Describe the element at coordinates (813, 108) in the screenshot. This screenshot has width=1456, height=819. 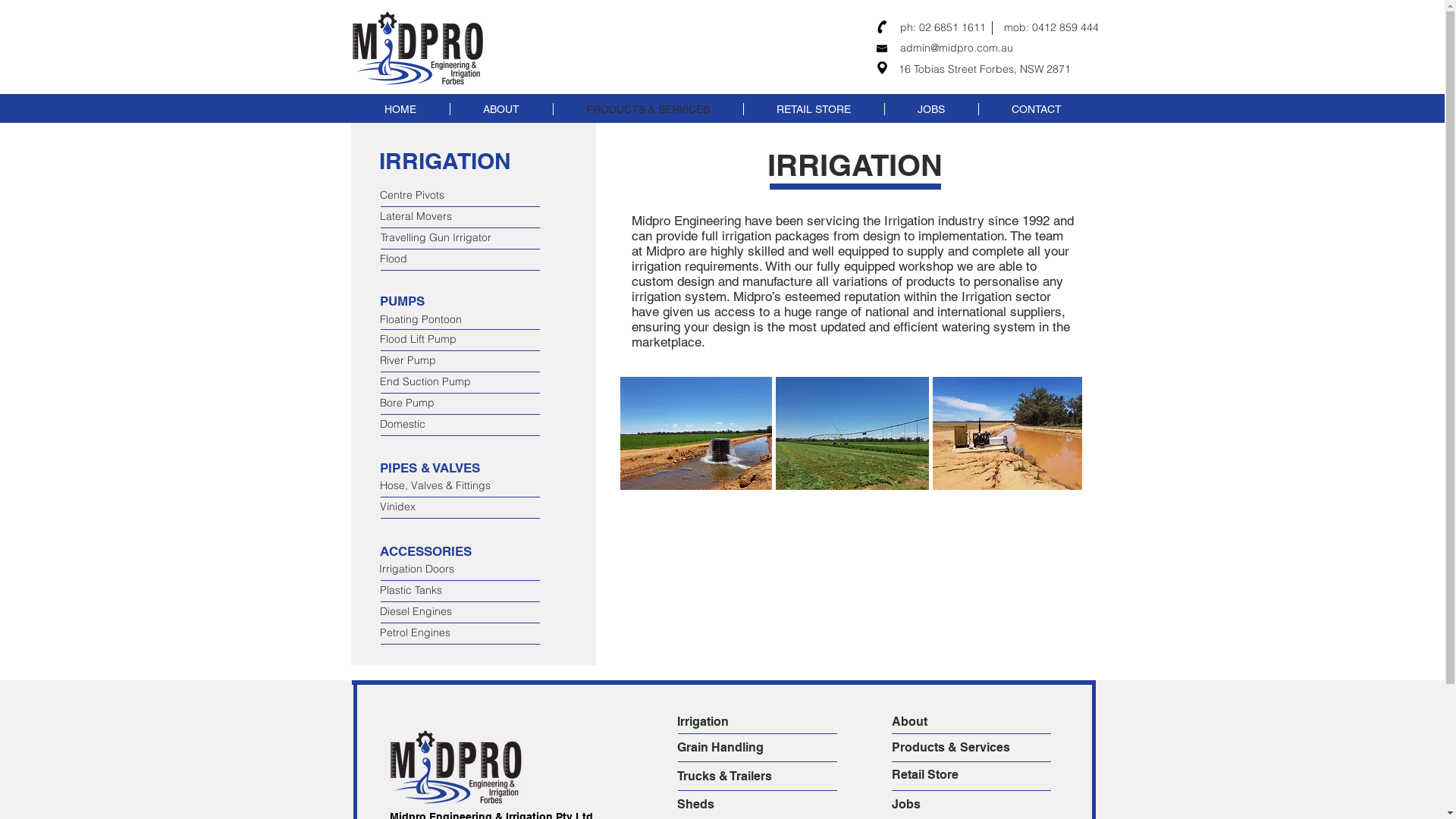
I see `'RETAIL STORE'` at that location.